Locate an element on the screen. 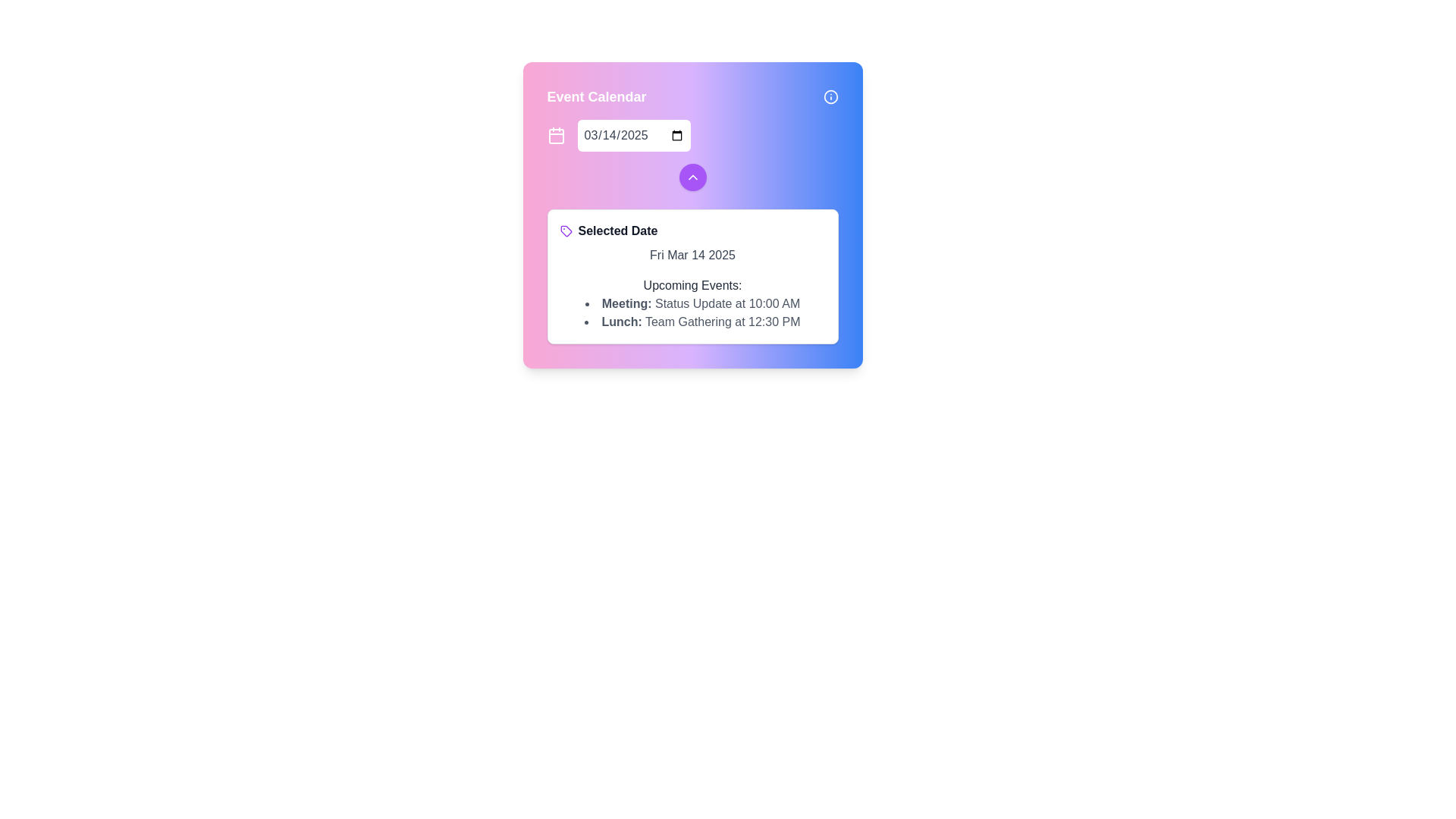 This screenshot has height=819, width=1456. the purple circular button icon located at the top-center of the card interface, just below the date input field is located at coordinates (692, 177).